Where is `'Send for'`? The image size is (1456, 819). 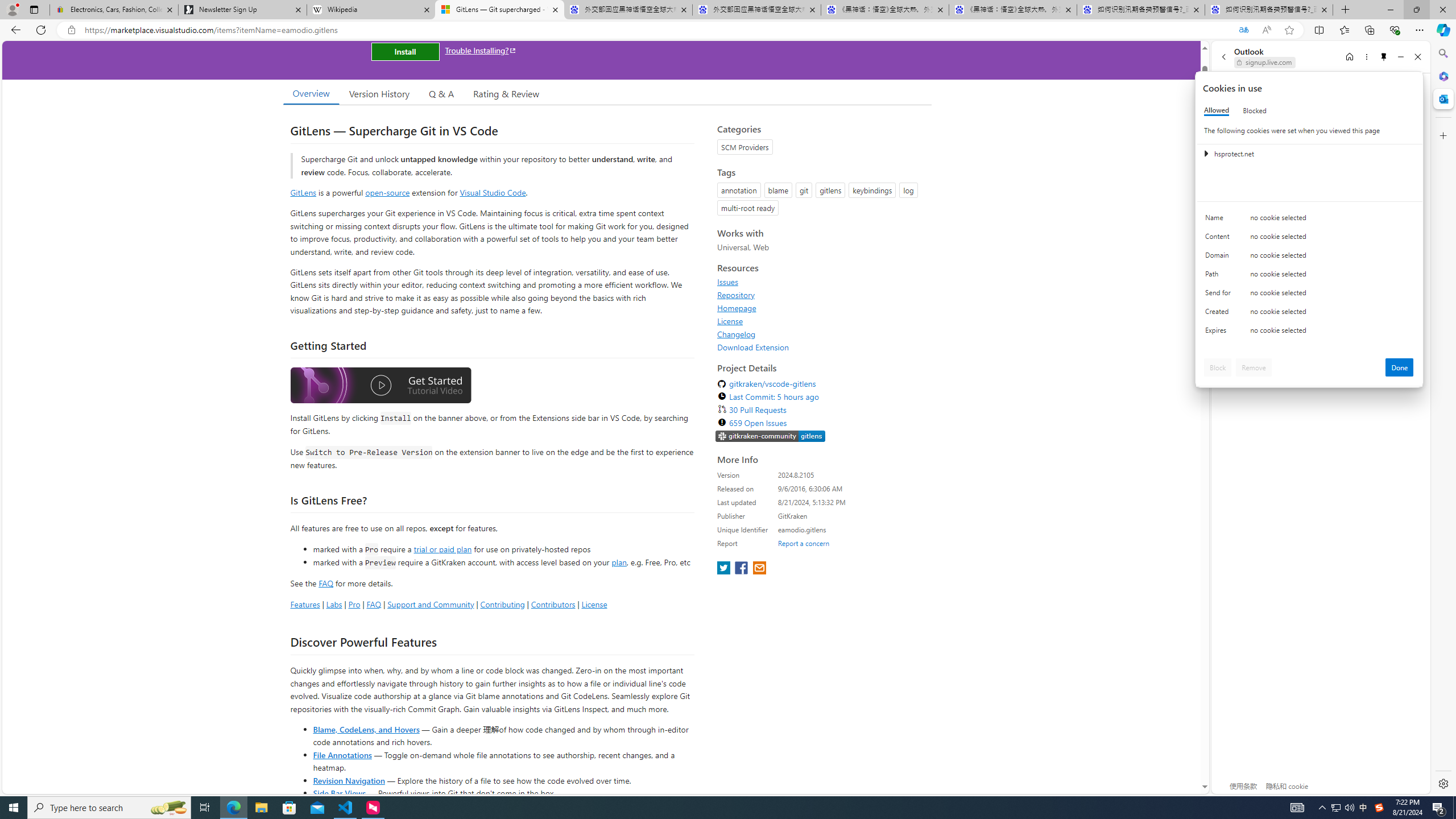 'Send for' is located at coordinates (1219, 295).